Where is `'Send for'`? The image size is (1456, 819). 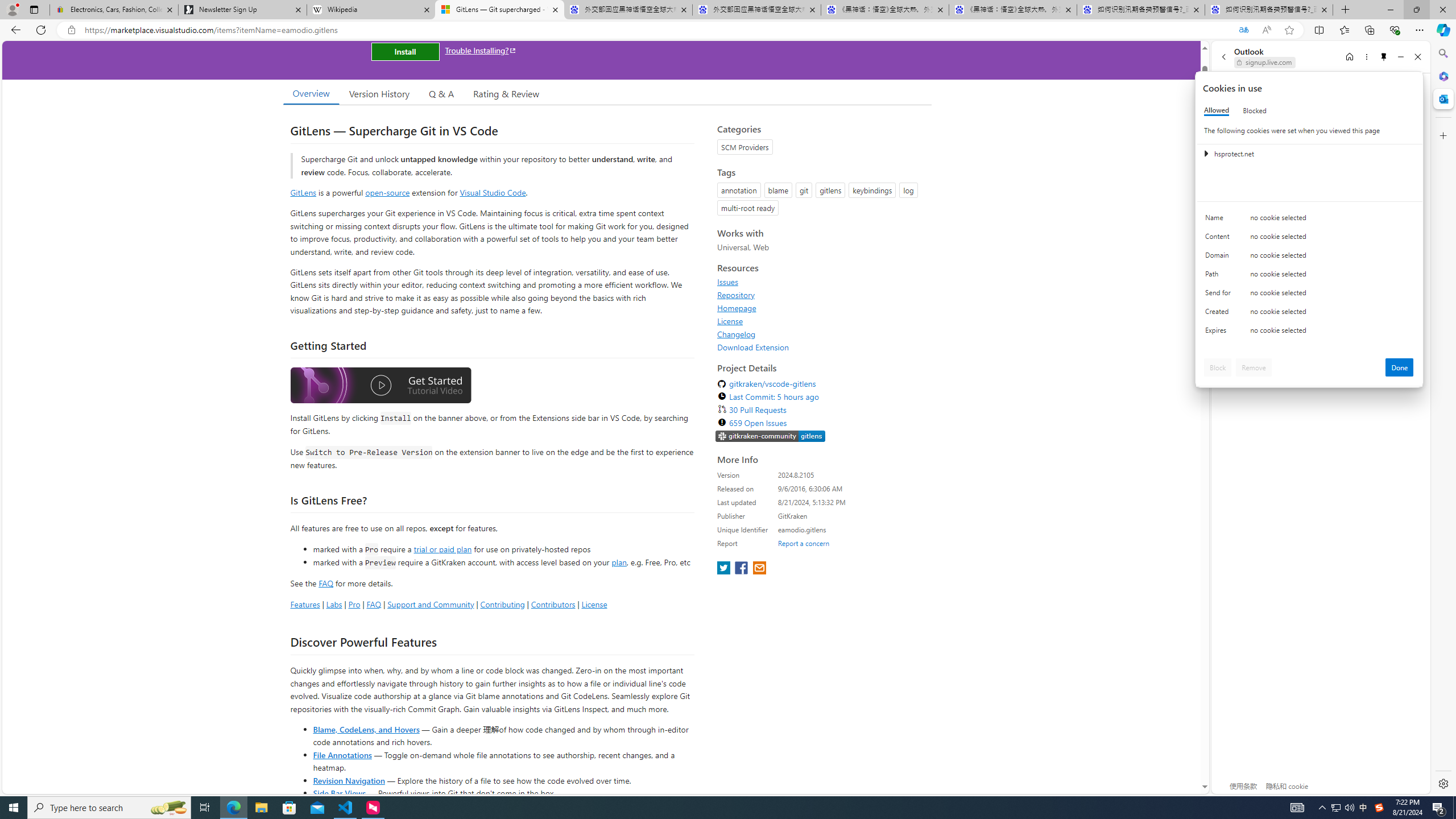 'Send for' is located at coordinates (1219, 295).